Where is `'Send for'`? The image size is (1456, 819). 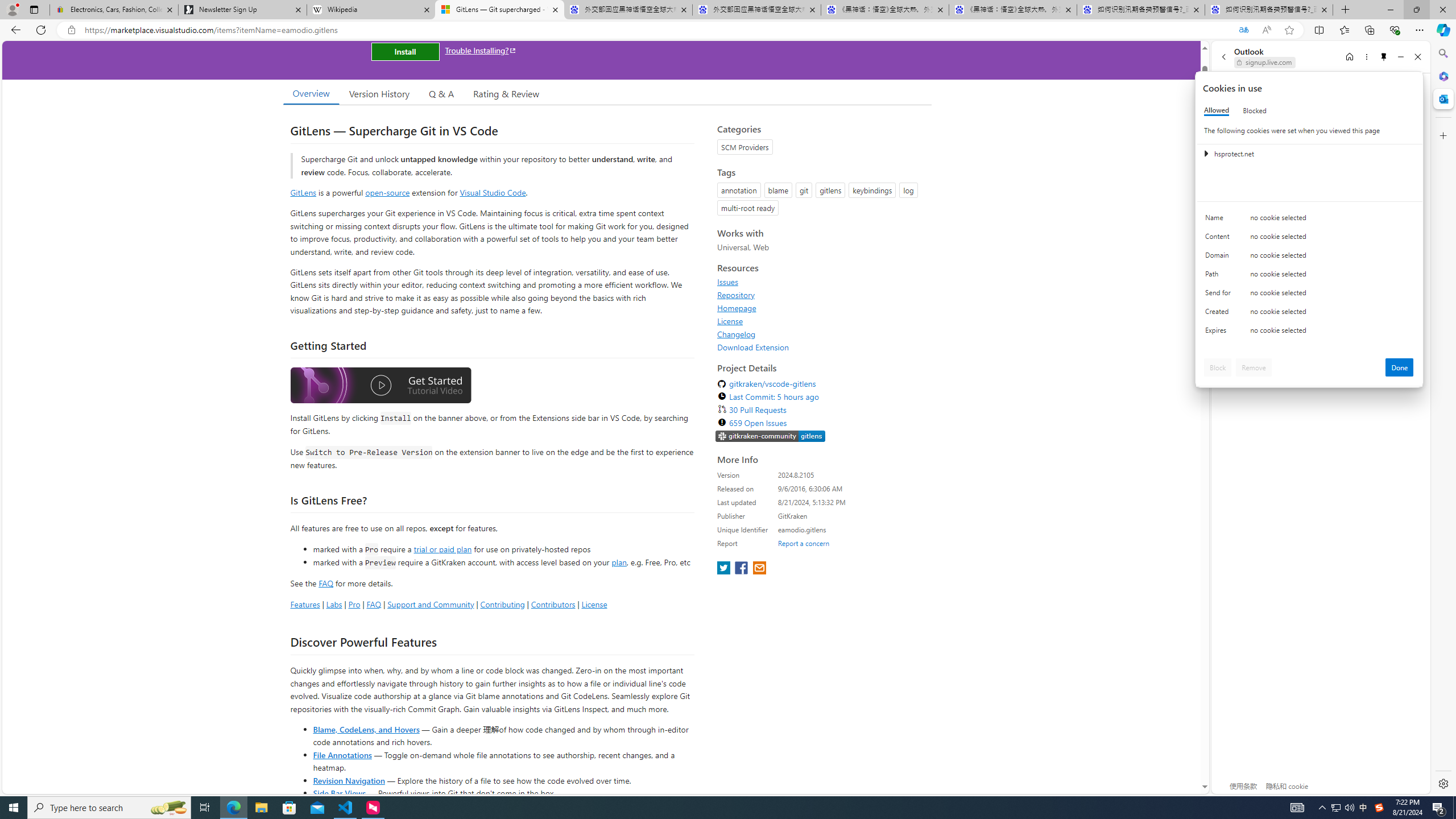 'Send for' is located at coordinates (1219, 295).